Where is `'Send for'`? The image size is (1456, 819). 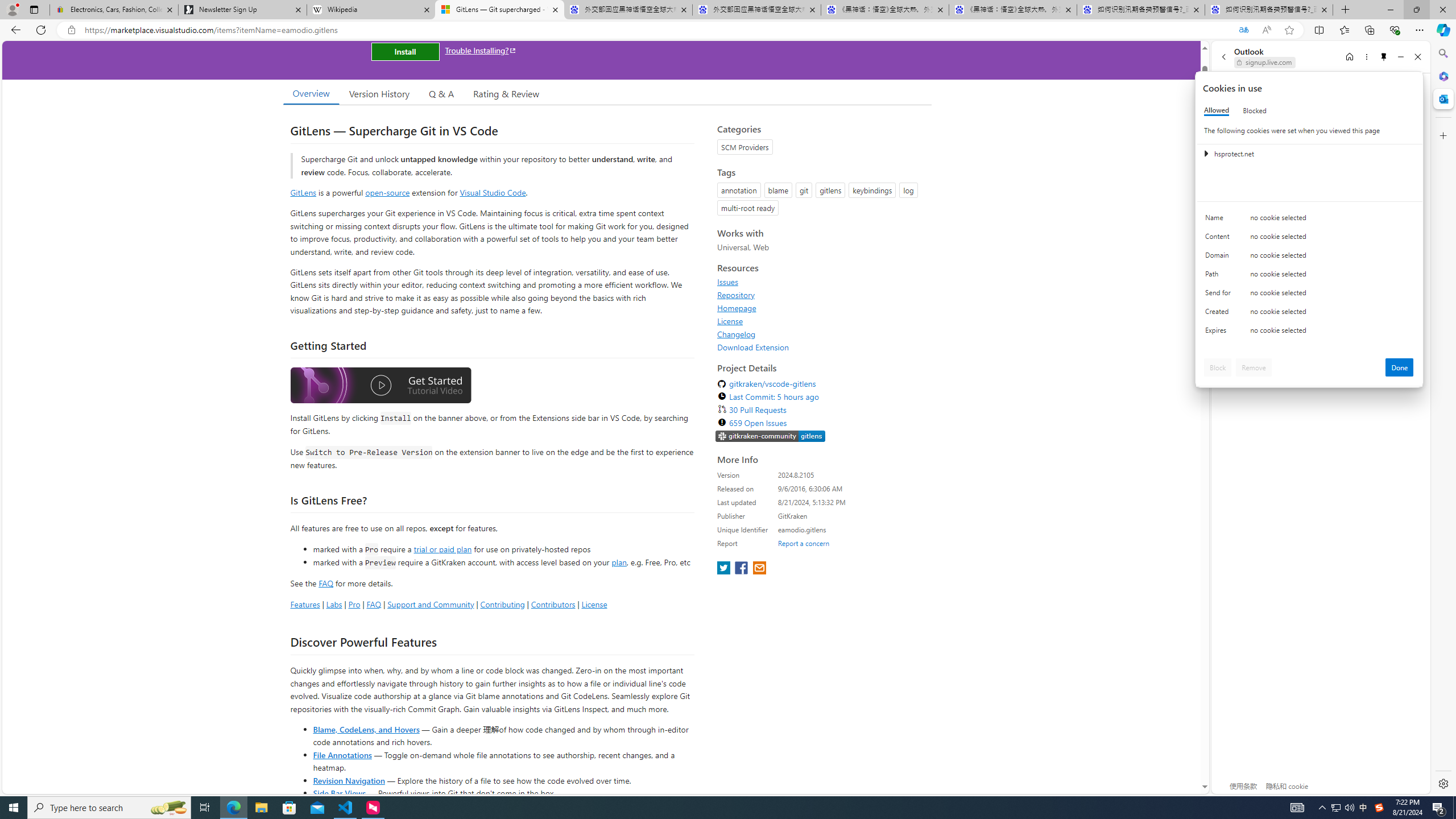 'Send for' is located at coordinates (1219, 295).